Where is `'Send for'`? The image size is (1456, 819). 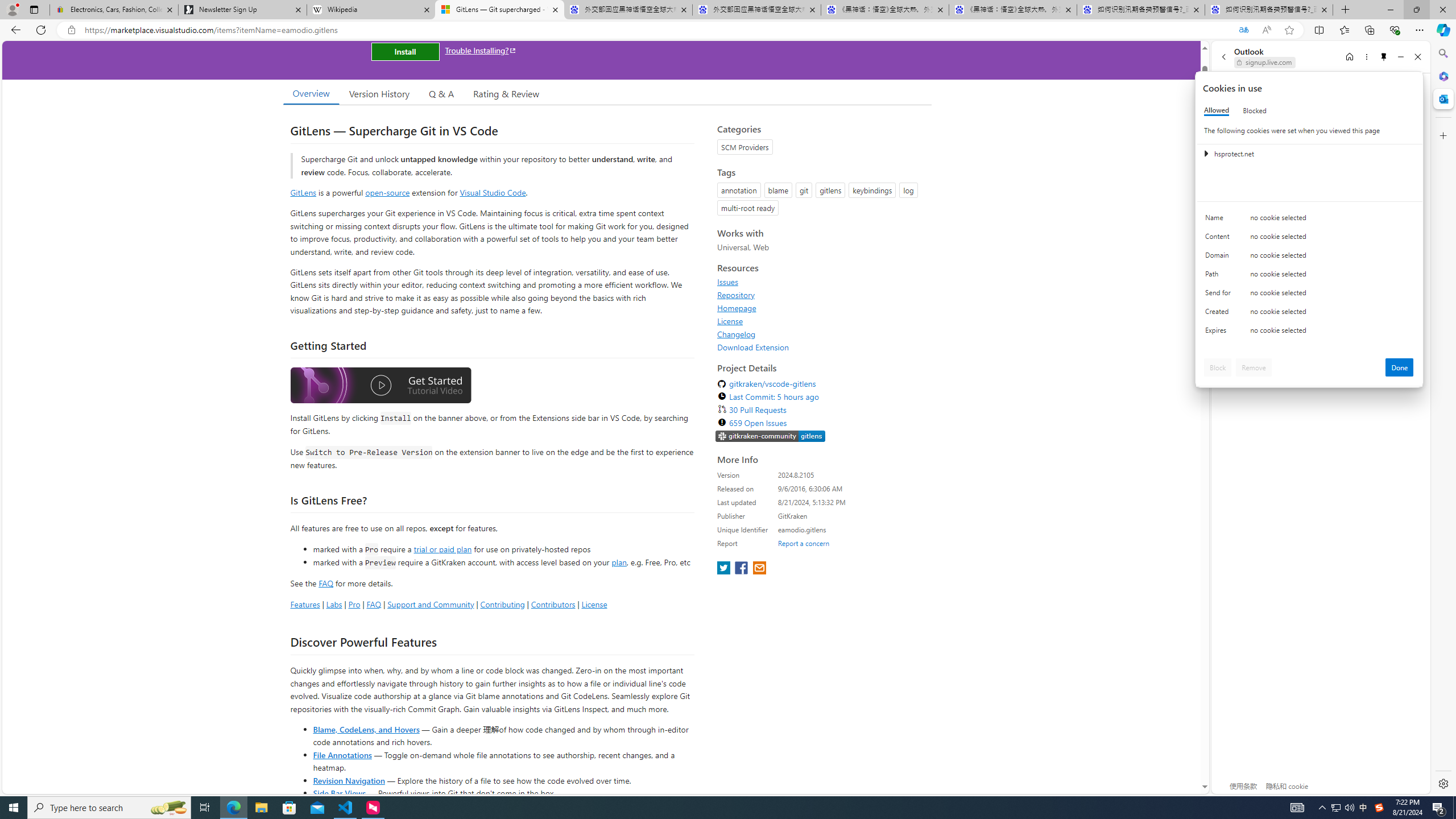 'Send for' is located at coordinates (1219, 295).